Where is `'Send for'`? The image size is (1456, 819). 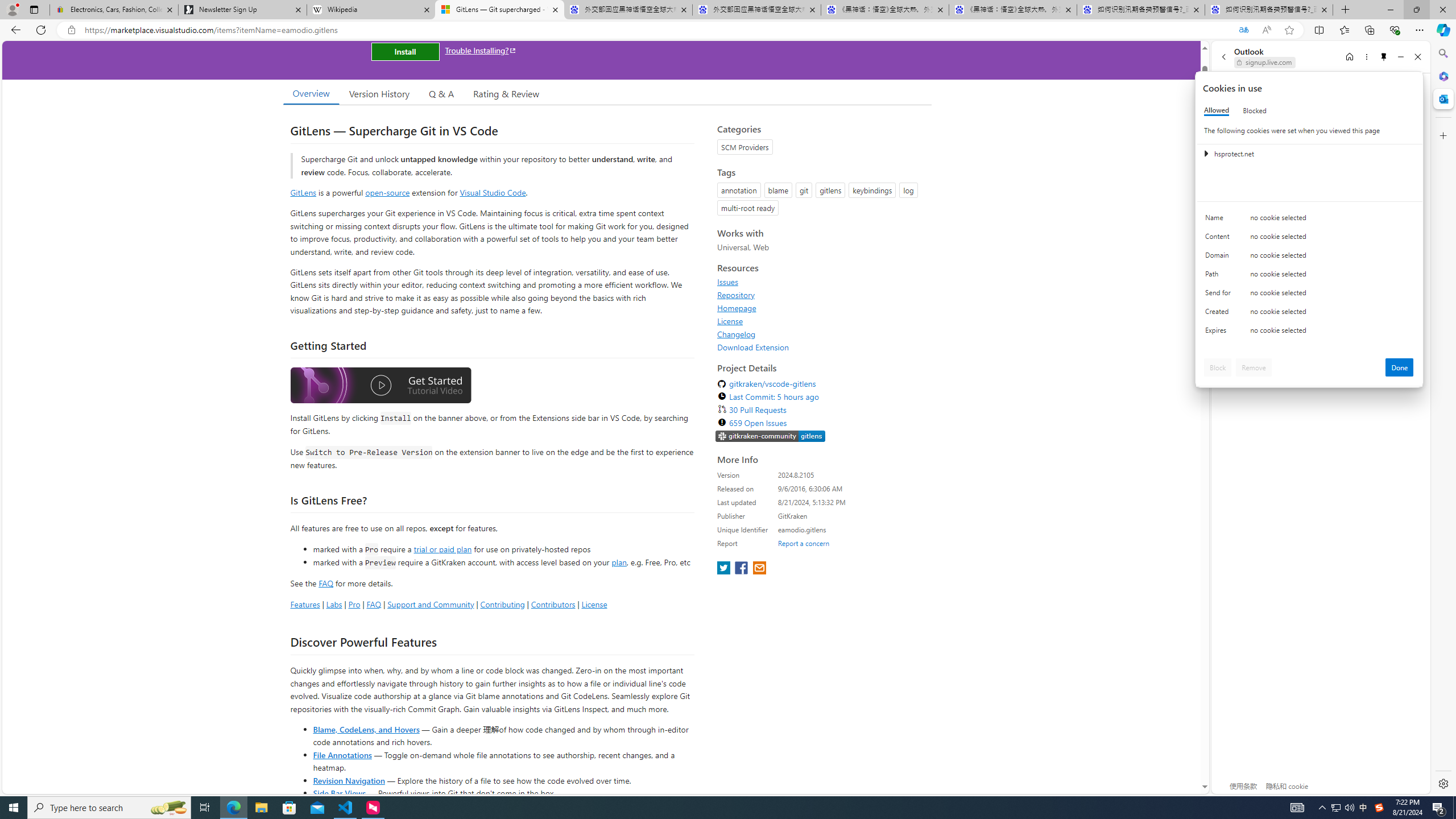 'Send for' is located at coordinates (1219, 295).